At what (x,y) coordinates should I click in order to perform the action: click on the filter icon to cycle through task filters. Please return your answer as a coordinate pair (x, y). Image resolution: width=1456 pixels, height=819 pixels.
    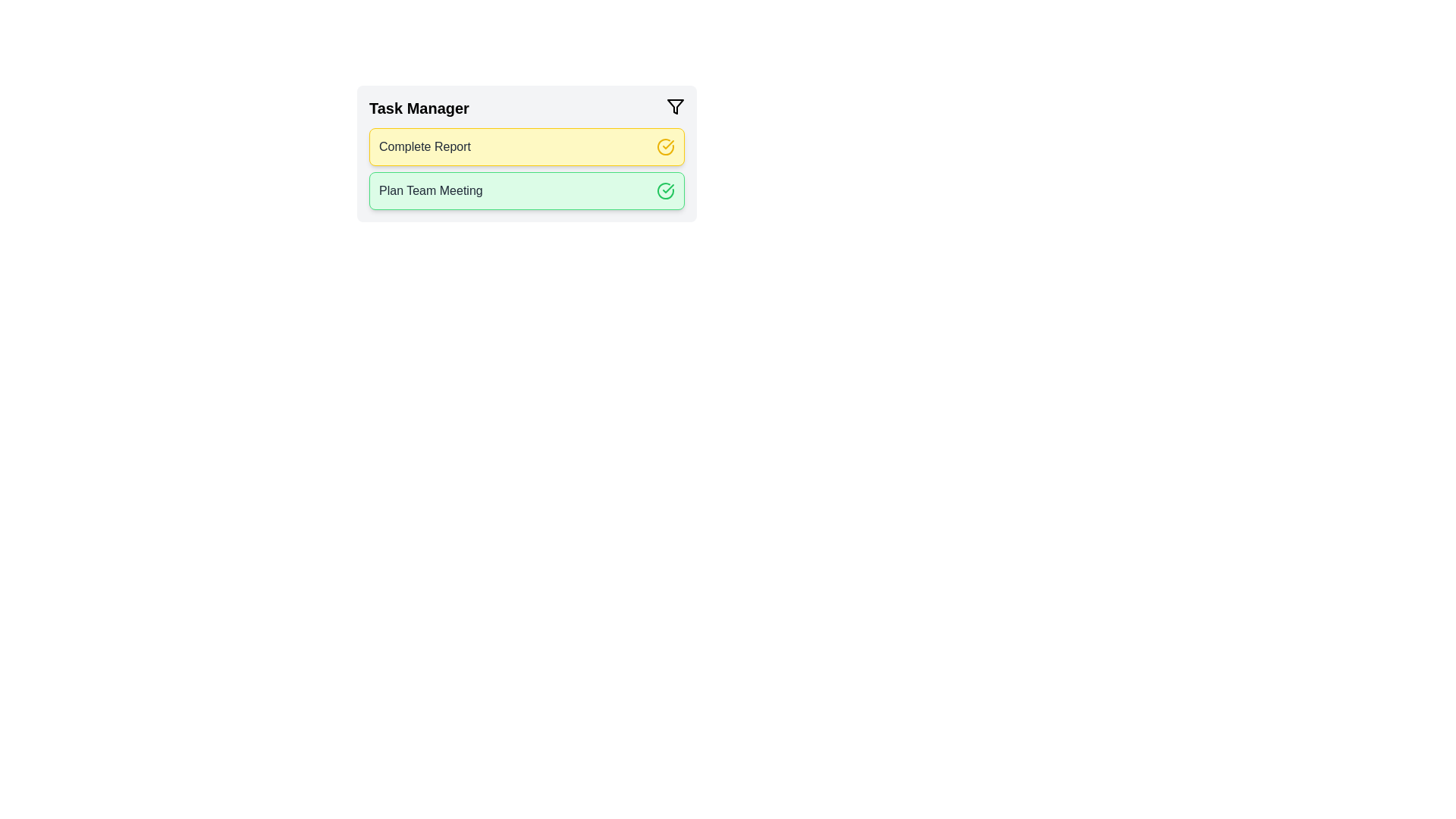
    Looking at the image, I should click on (675, 106).